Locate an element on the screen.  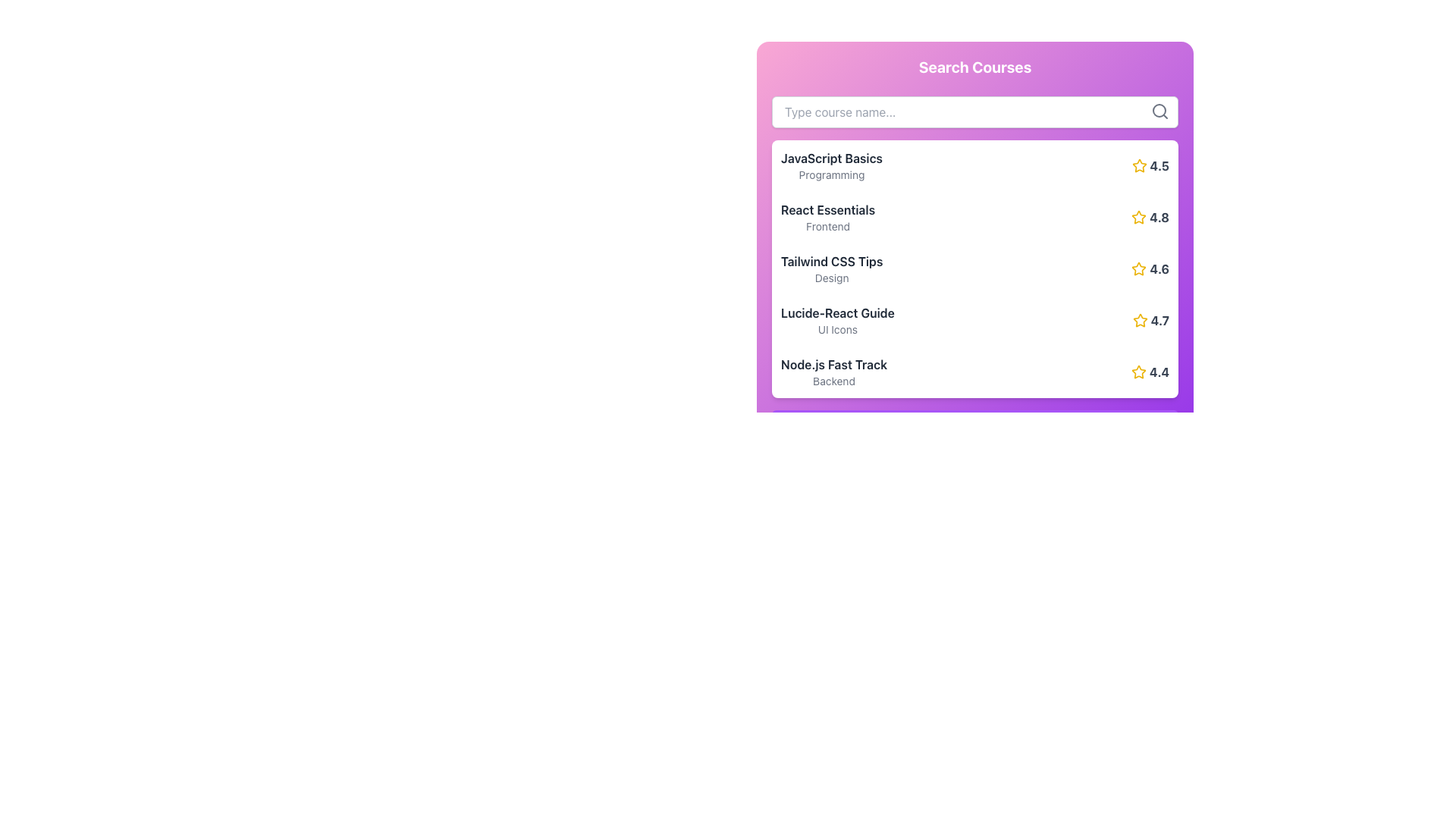
the text label that serves as the title of the course entry, located at the center of the interface, above the sibling element displaying 'Programming' is located at coordinates (831, 158).